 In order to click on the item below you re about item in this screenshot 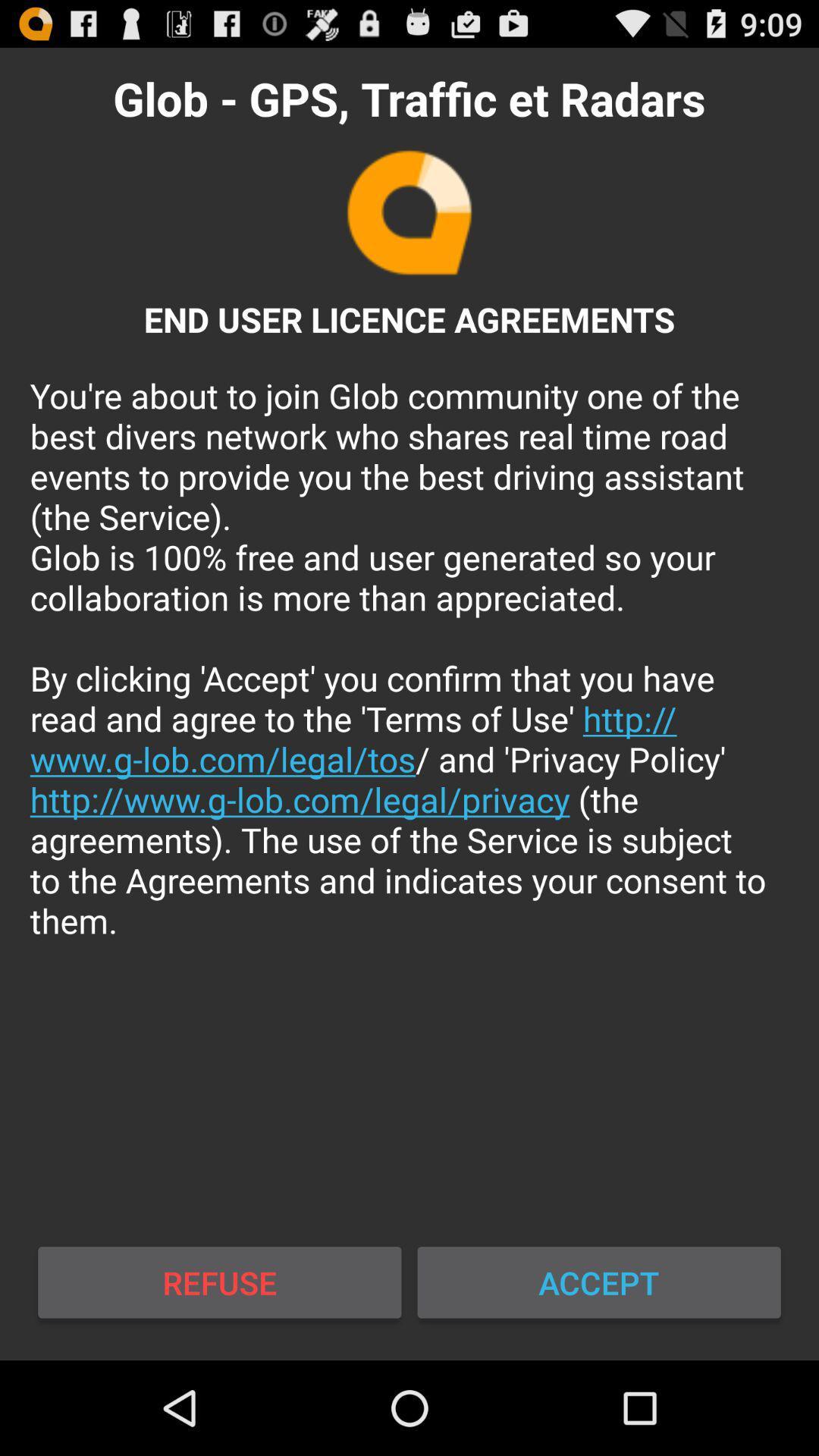, I will do `click(219, 1282)`.